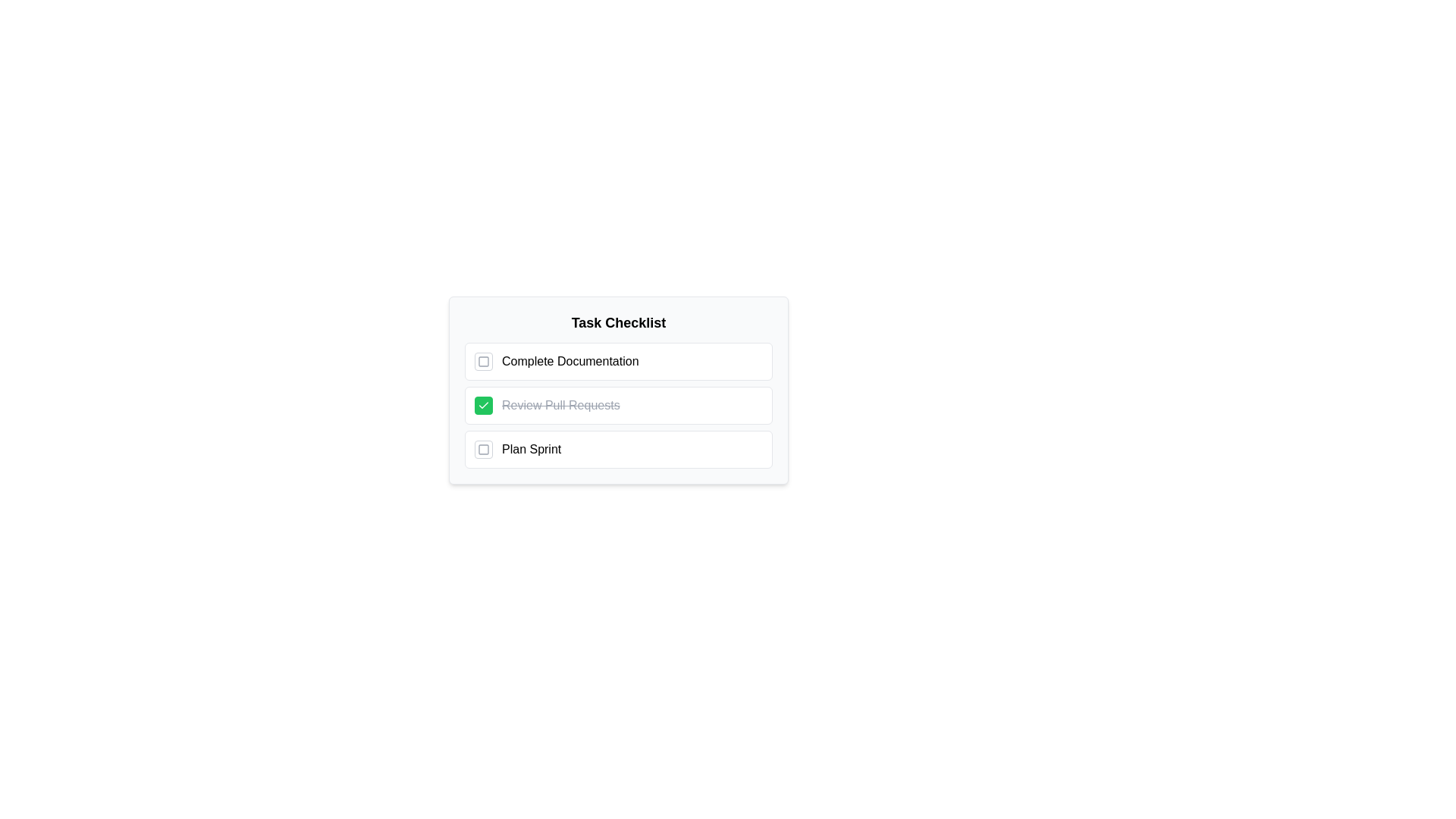 The image size is (1456, 819). Describe the element at coordinates (483, 449) in the screenshot. I see `the checkbox located to the left of the text 'Plan Sprint', which is a small box with a rounded border and a light gray border color` at that location.